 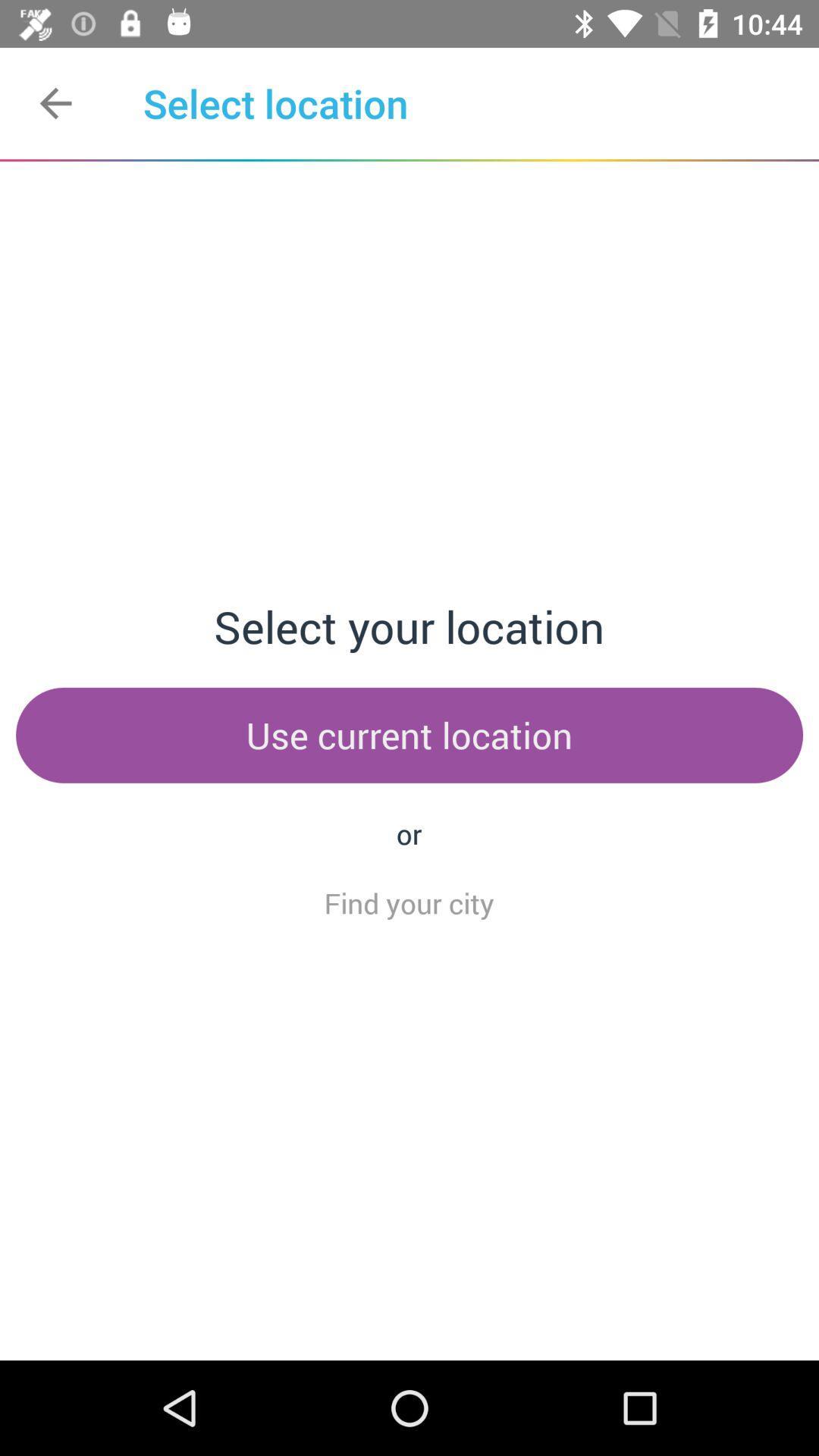 What do you see at coordinates (55, 102) in the screenshot?
I see `the item next to select location item` at bounding box center [55, 102].